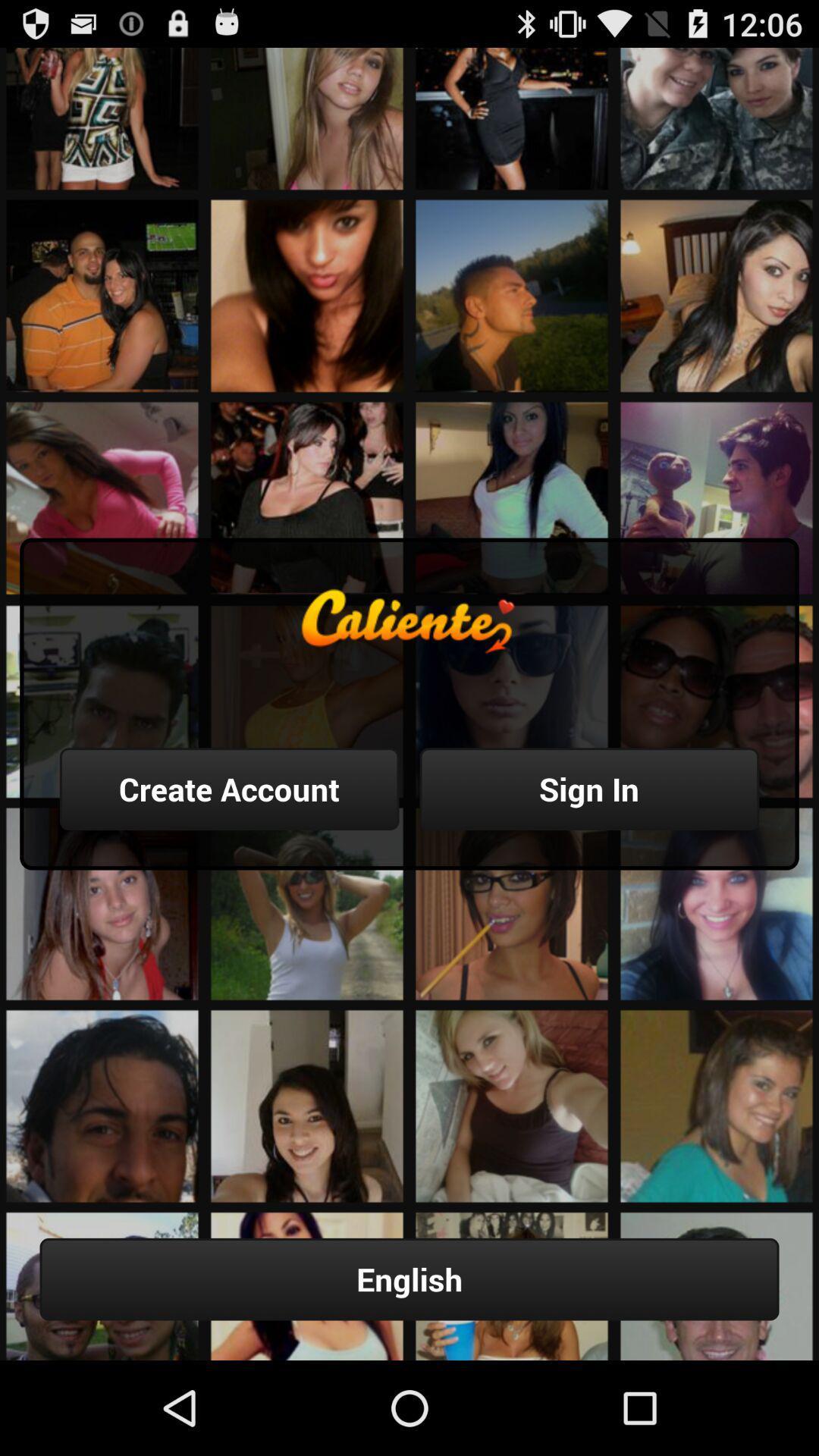 The image size is (819, 1456). I want to click on english icon, so click(409, 1279).